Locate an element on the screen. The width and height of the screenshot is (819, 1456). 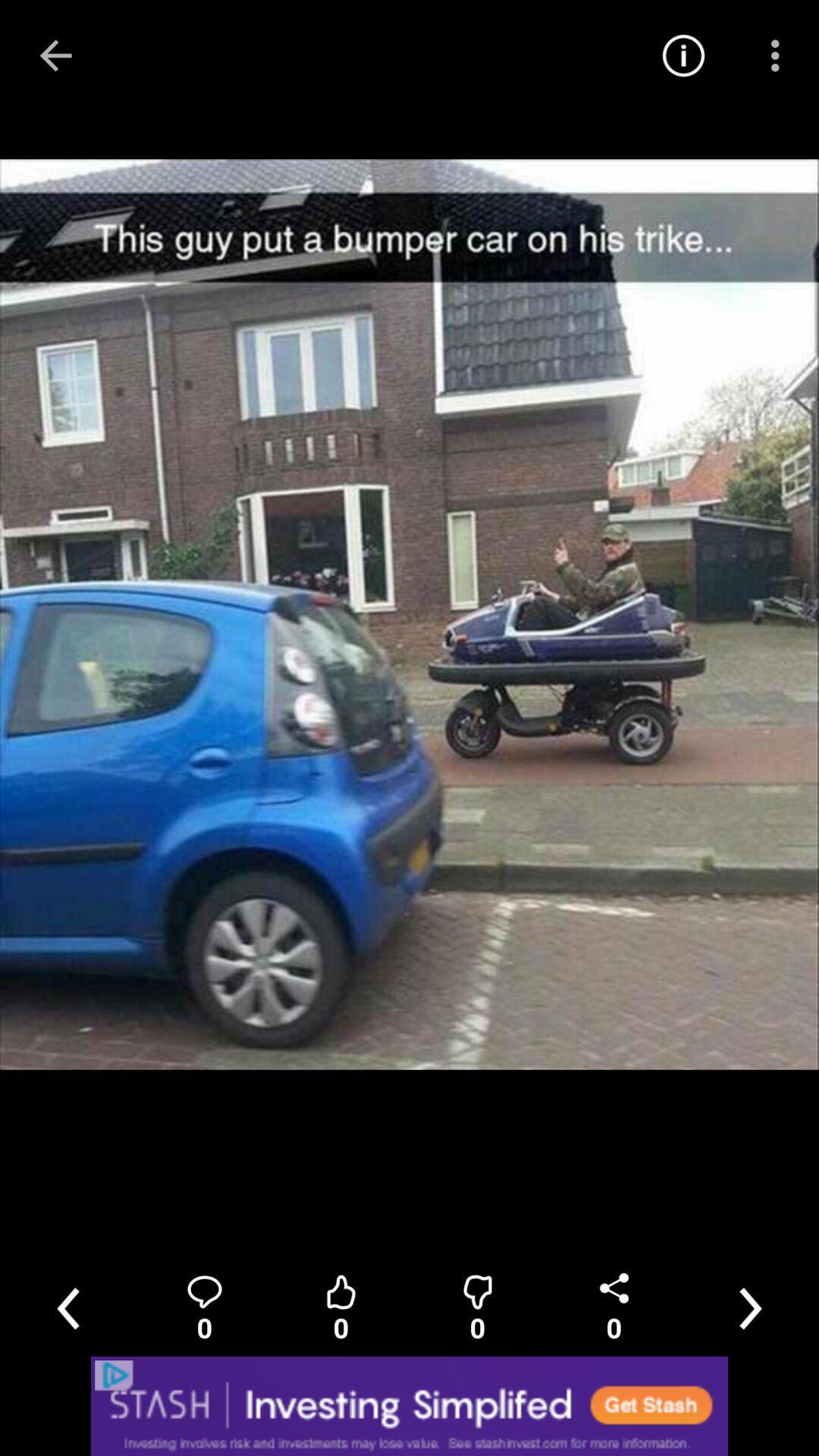
the weather icon is located at coordinates (751, 1307).